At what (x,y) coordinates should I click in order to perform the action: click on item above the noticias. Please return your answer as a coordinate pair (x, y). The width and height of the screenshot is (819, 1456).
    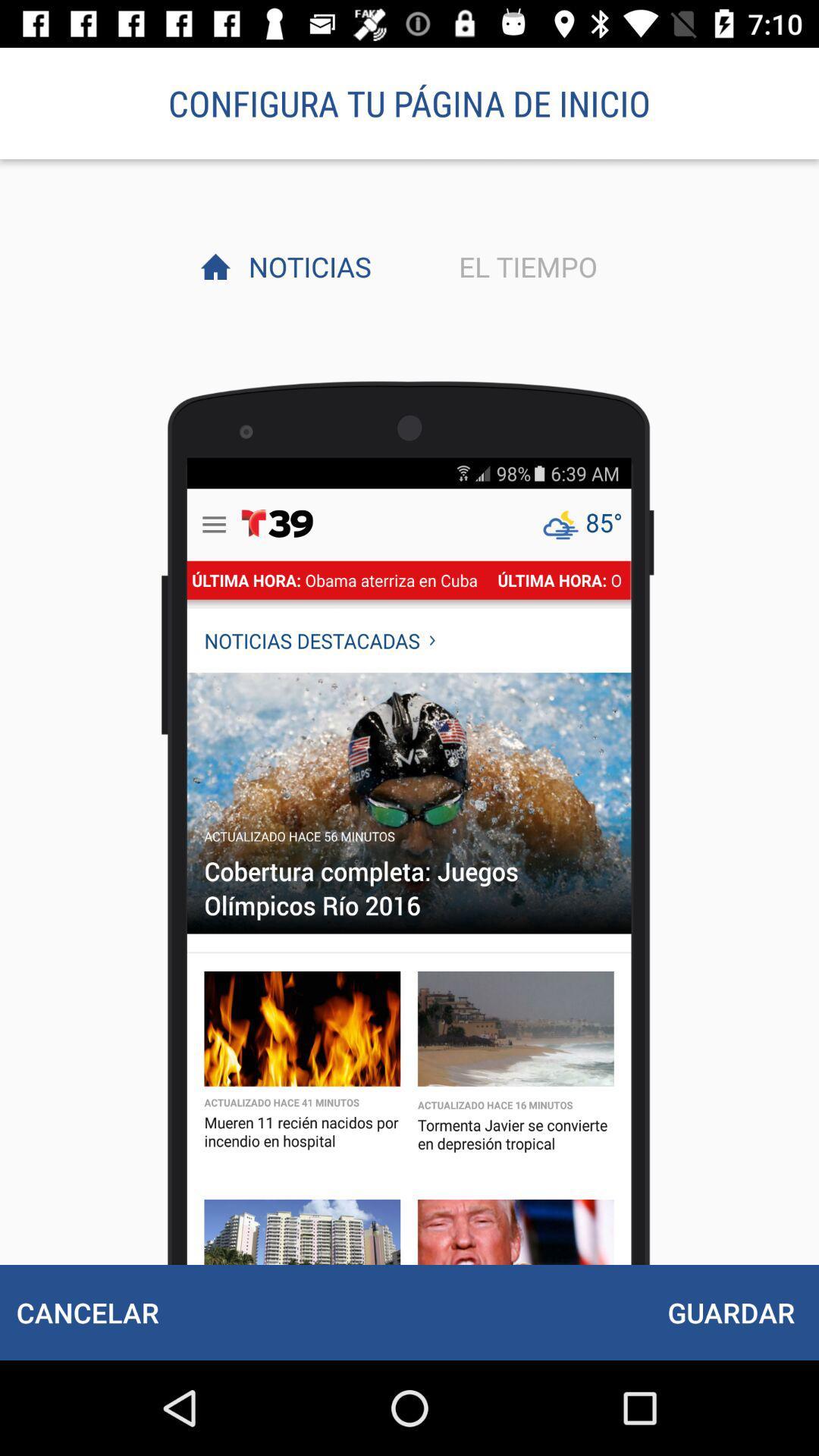
    Looking at the image, I should click on (409, 102).